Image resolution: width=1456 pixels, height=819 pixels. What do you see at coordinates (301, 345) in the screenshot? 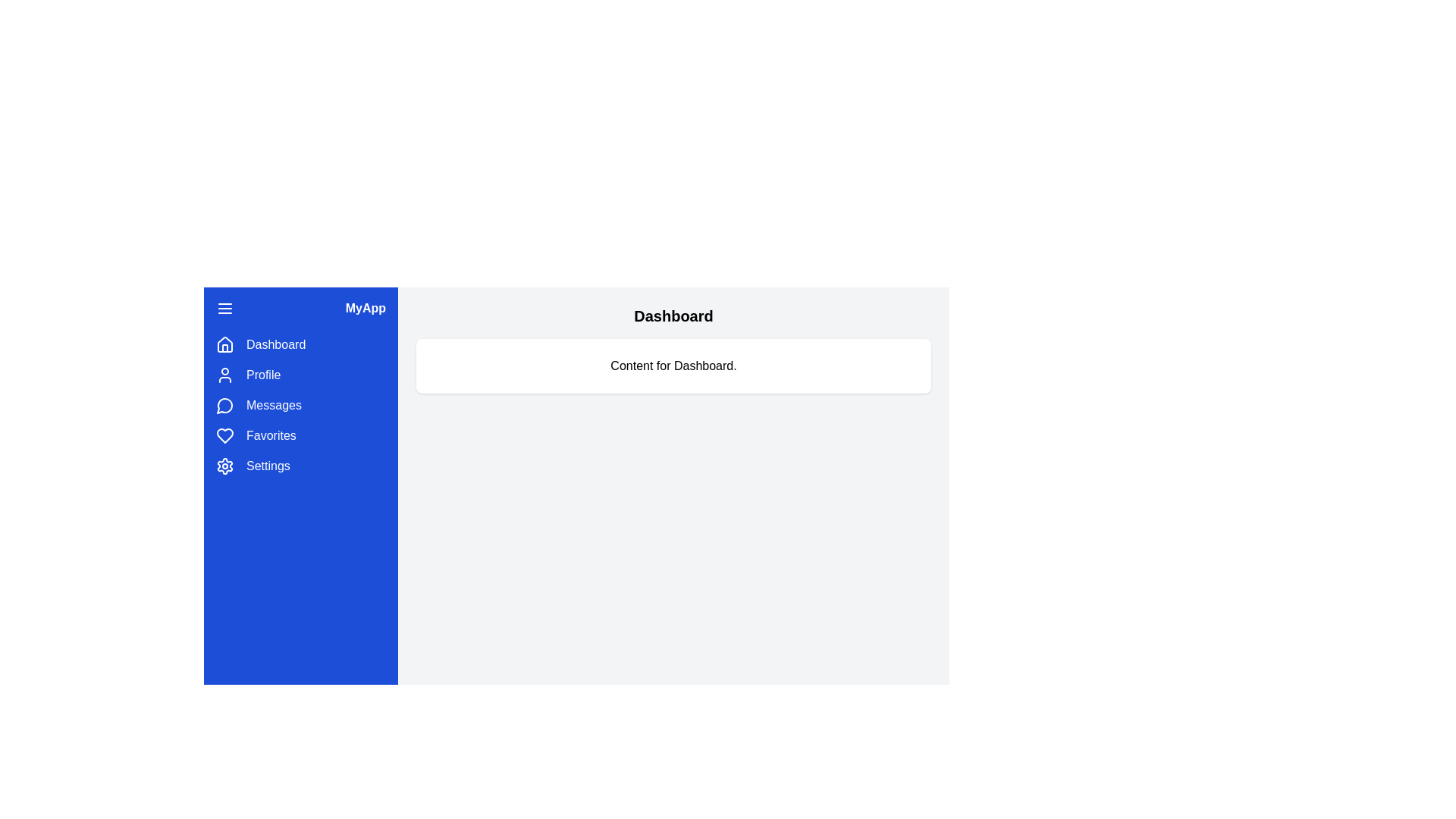
I see `the navigation button located at the top of the vertical list in the left sidebar to trigger a visual change` at bounding box center [301, 345].